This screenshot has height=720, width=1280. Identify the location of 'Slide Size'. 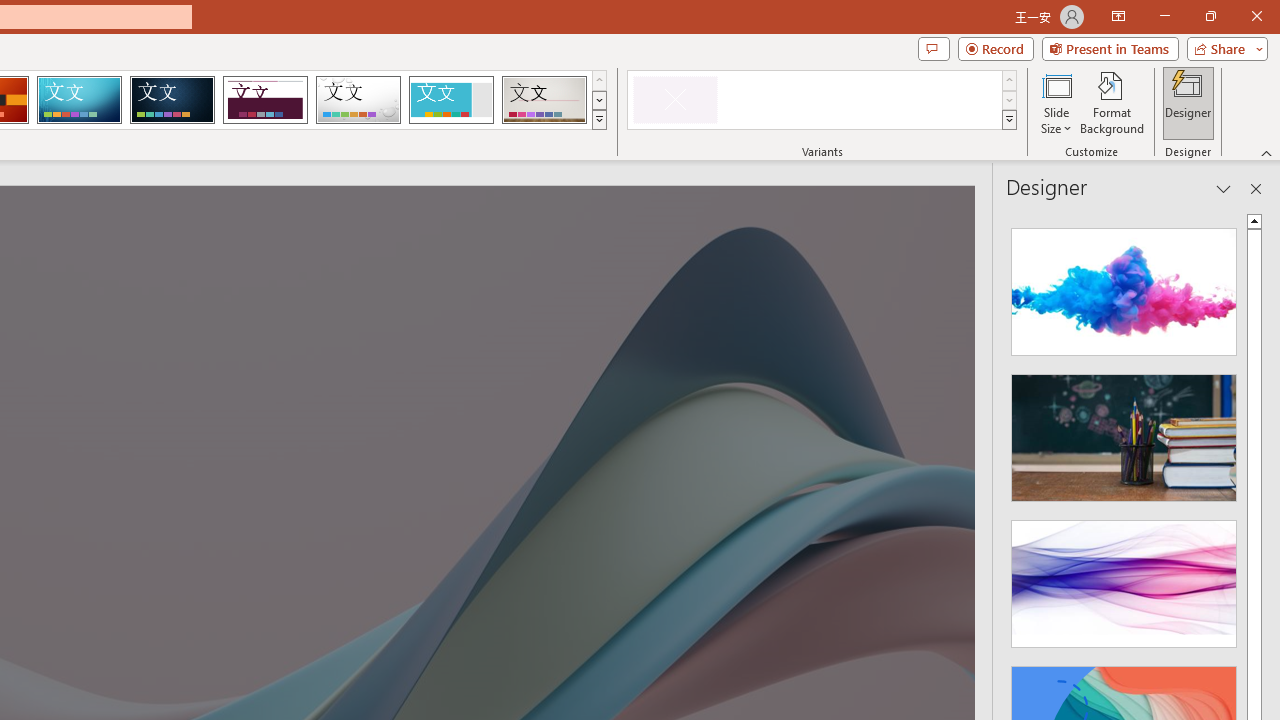
(1055, 103).